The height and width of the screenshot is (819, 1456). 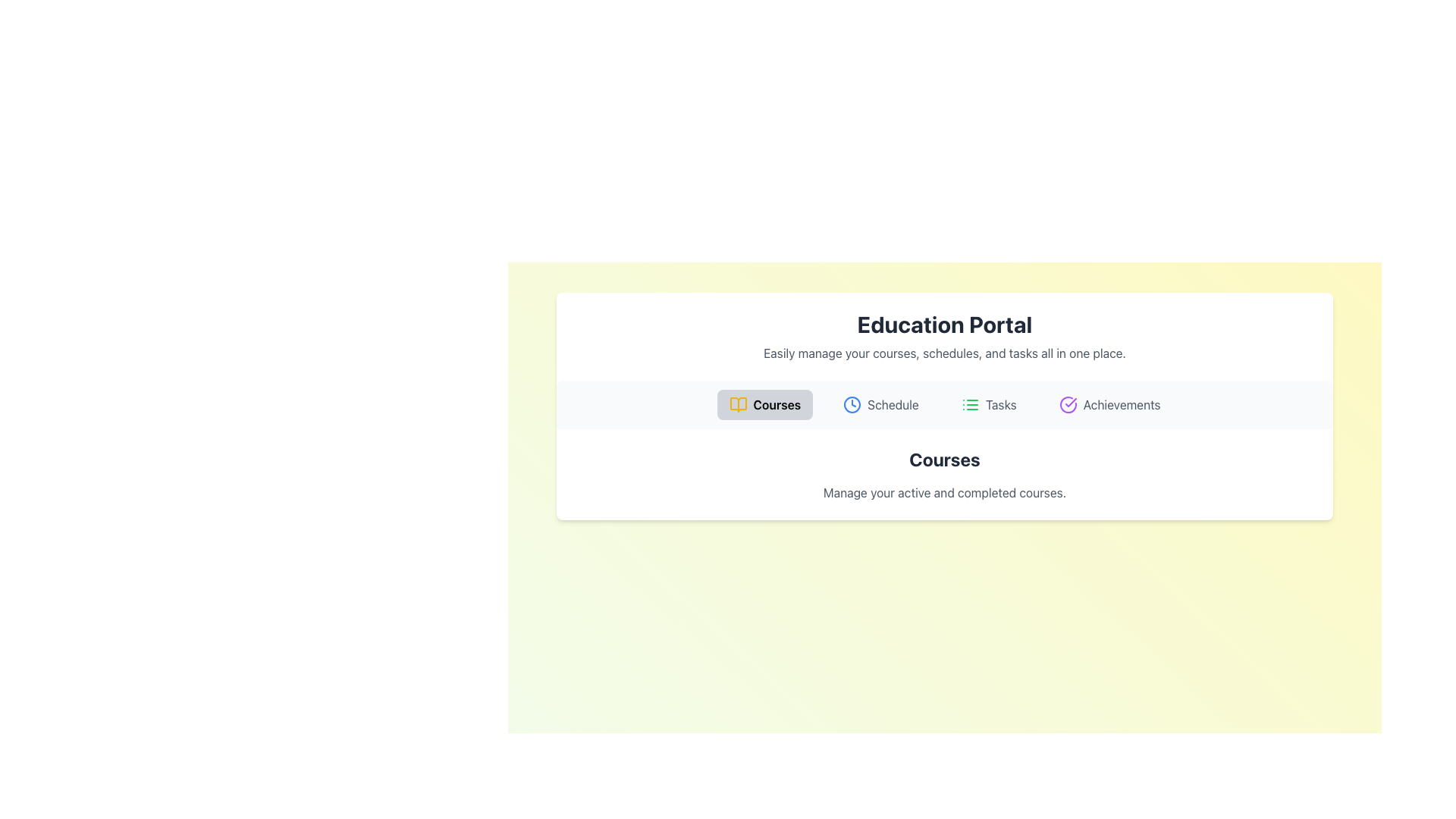 I want to click on the bold text 'Education Portal', so click(x=944, y=324).